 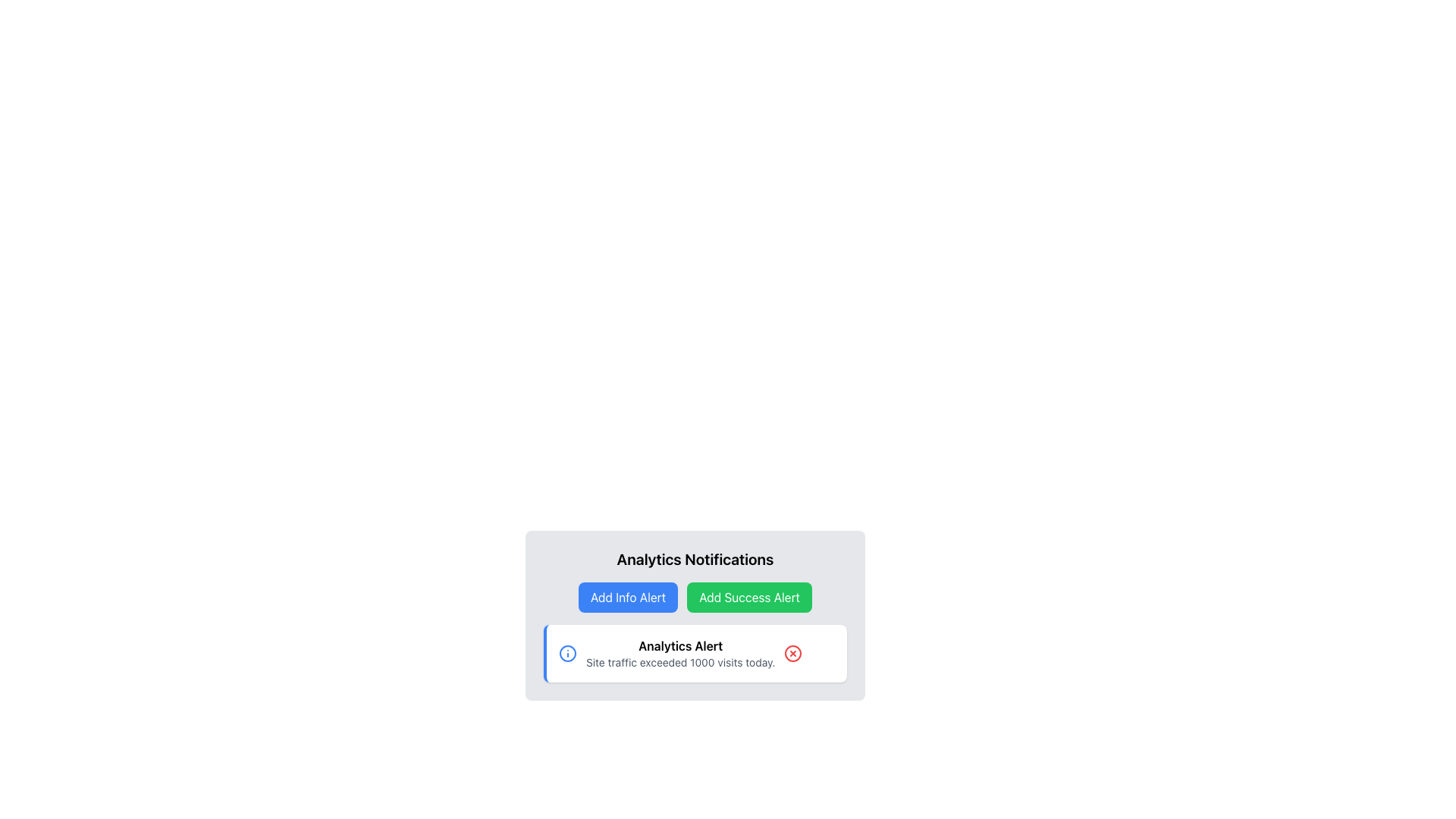 What do you see at coordinates (792, 652) in the screenshot?
I see `the Close button icon located in the top-right corner of the 'Analytics Alert' notification card` at bounding box center [792, 652].